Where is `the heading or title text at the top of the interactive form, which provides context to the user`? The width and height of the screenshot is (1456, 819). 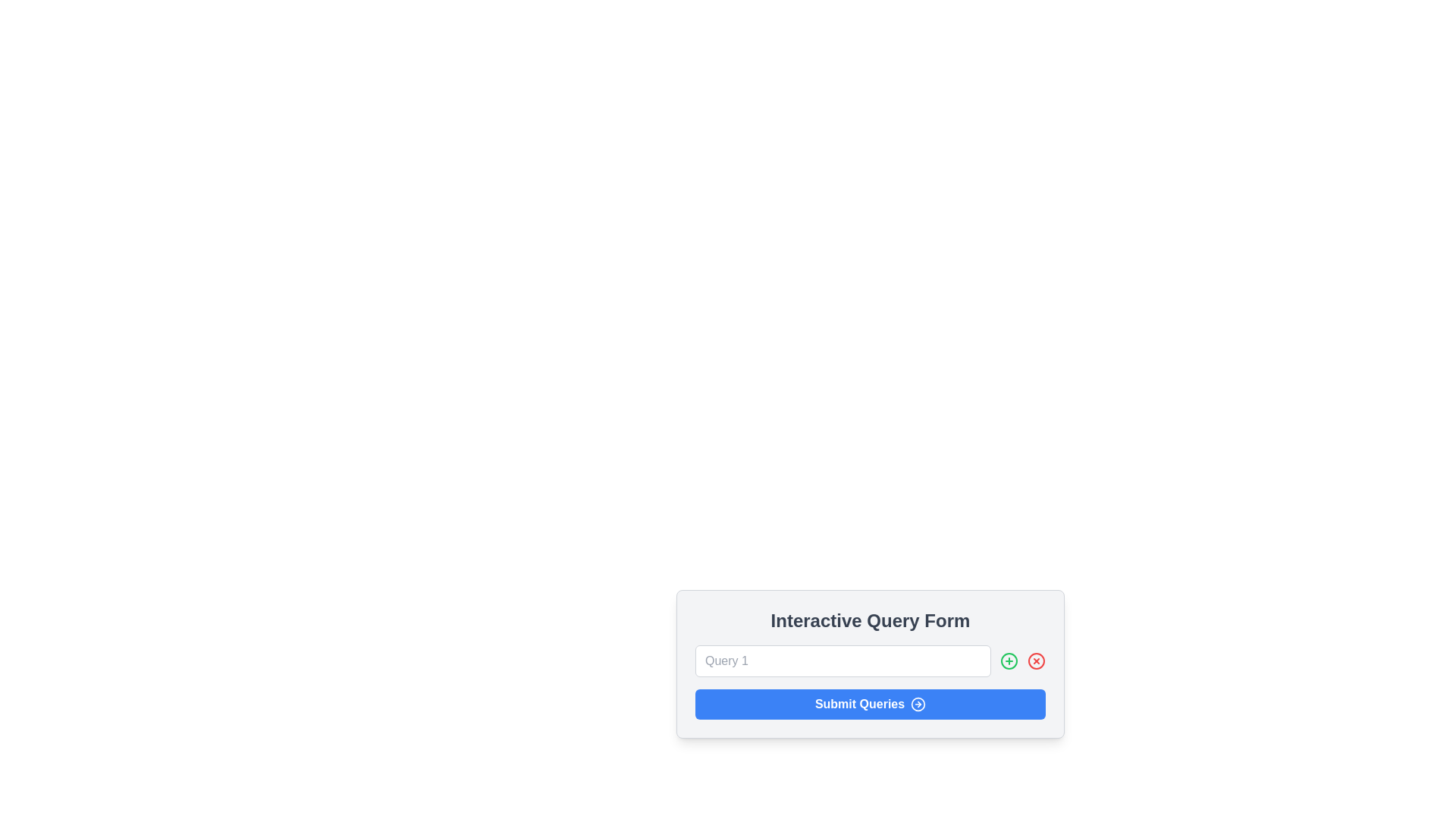
the heading or title text at the top of the interactive form, which provides context to the user is located at coordinates (870, 620).